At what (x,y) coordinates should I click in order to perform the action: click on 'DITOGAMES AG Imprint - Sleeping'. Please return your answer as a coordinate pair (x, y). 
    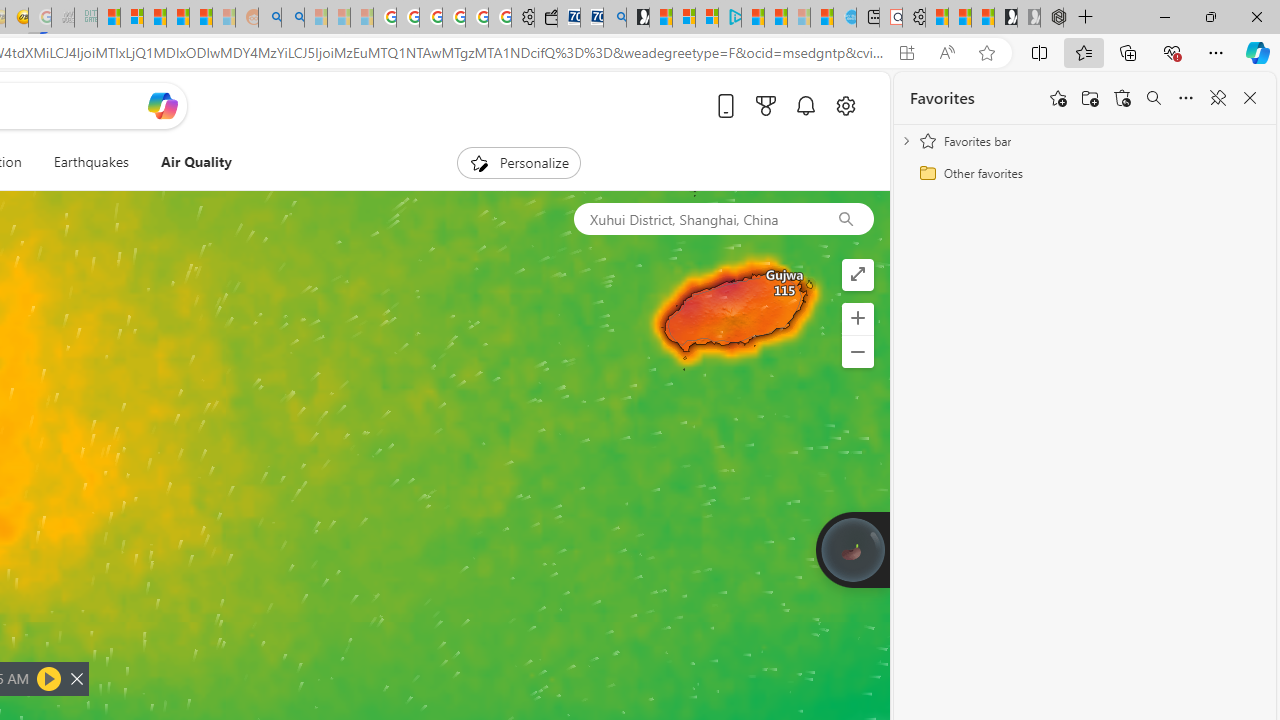
    Looking at the image, I should click on (85, 17).